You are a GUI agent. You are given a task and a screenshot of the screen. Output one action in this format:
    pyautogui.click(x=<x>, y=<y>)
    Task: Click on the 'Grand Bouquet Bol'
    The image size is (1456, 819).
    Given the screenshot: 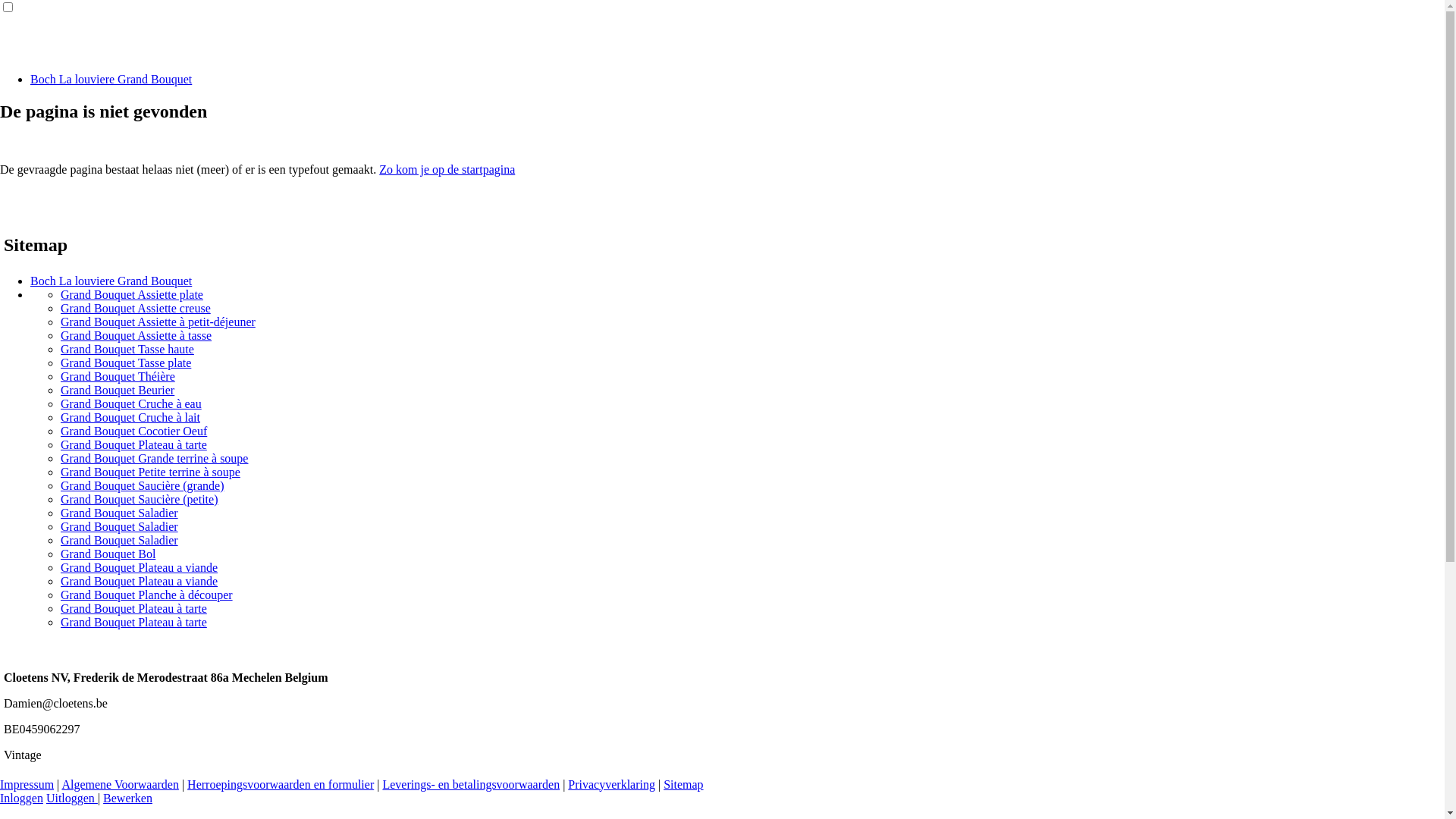 What is the action you would take?
    pyautogui.click(x=107, y=554)
    